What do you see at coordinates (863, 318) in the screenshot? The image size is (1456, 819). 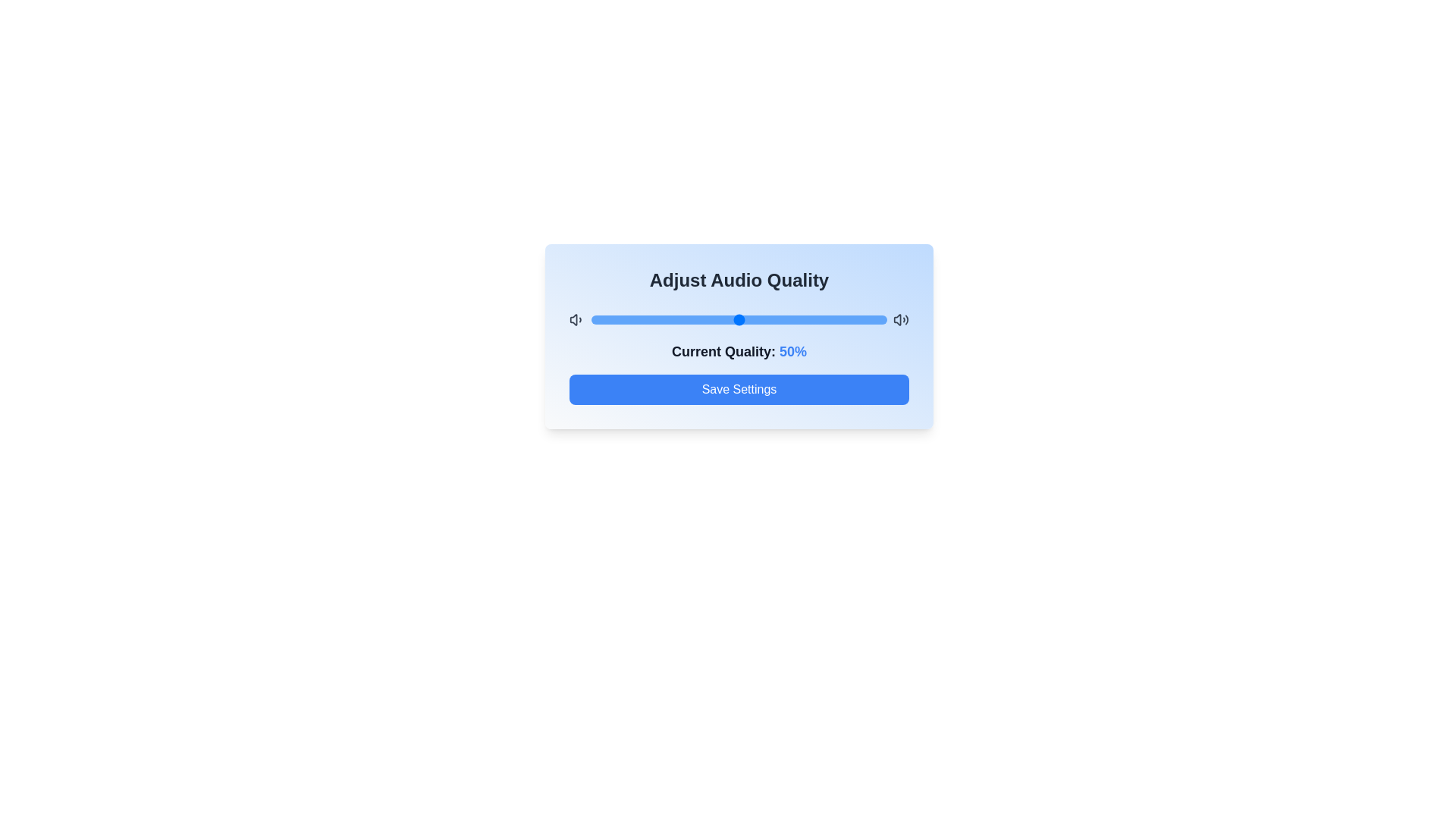 I see `the audio quality to 92% by dragging the slider` at bounding box center [863, 318].